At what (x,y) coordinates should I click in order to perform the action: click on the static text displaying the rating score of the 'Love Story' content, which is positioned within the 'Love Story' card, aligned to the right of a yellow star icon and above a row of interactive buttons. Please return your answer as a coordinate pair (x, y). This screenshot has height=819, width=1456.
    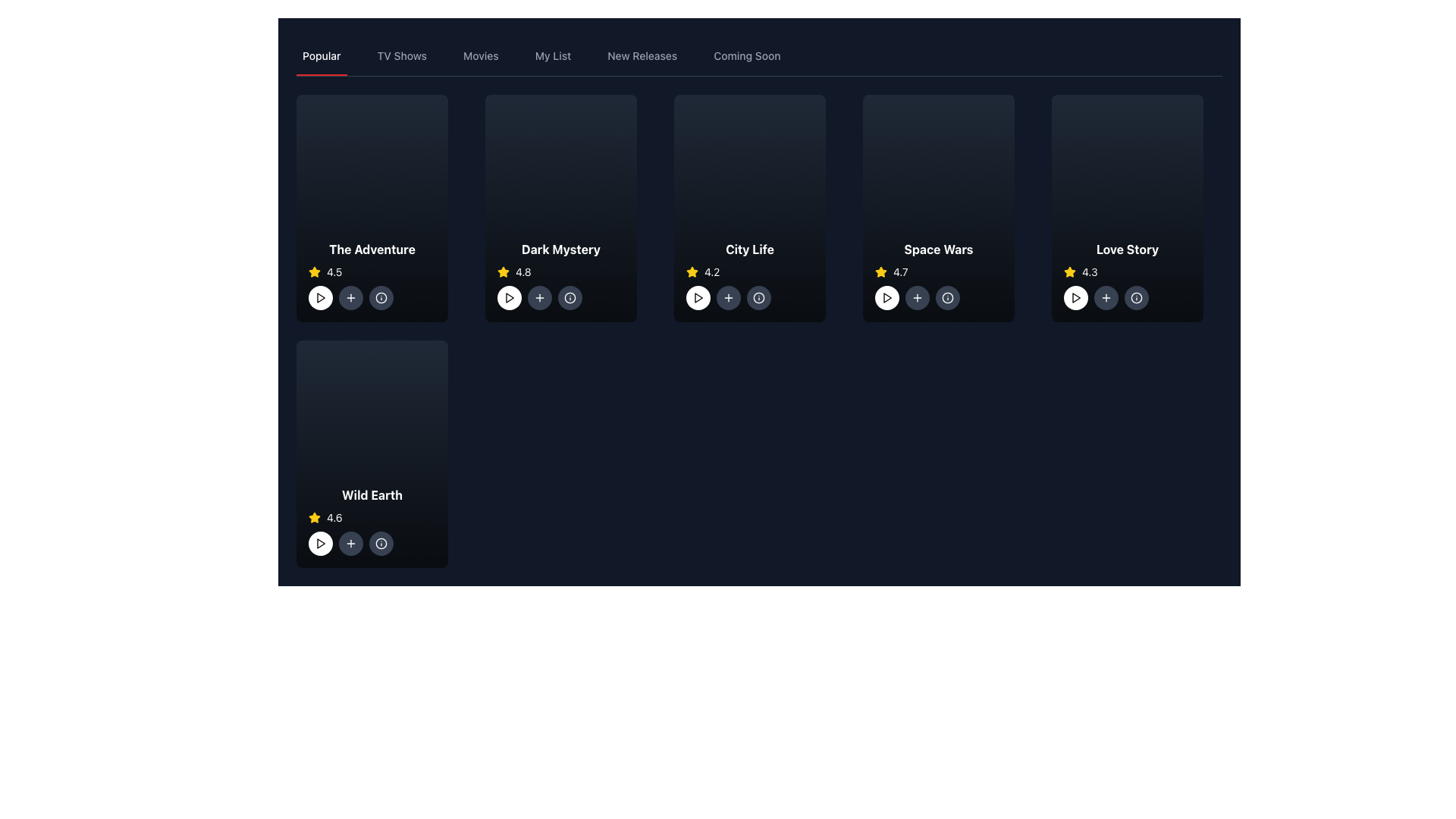
    Looking at the image, I should click on (1089, 271).